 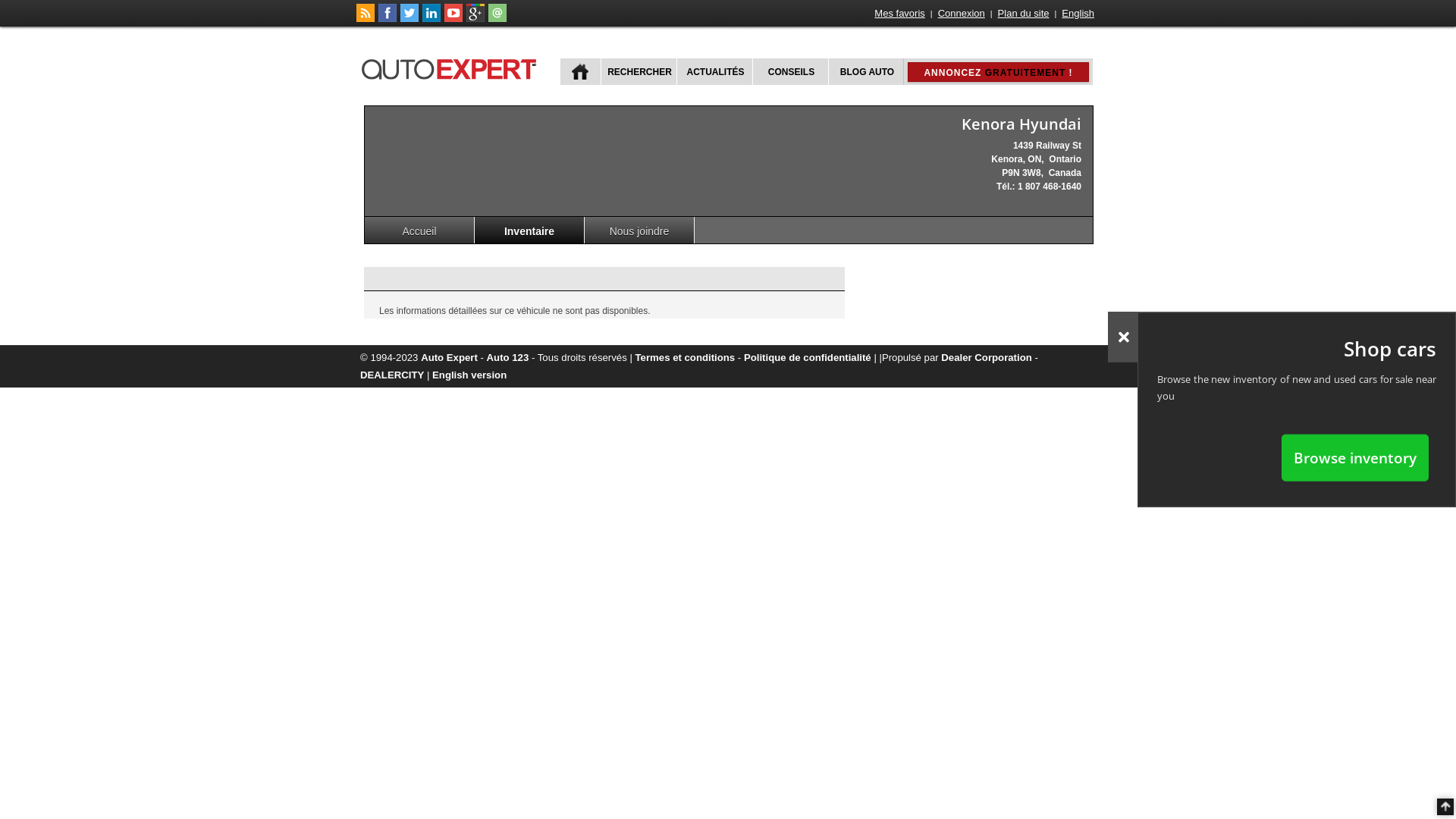 What do you see at coordinates (935, 13) in the screenshot?
I see `'Connexion'` at bounding box center [935, 13].